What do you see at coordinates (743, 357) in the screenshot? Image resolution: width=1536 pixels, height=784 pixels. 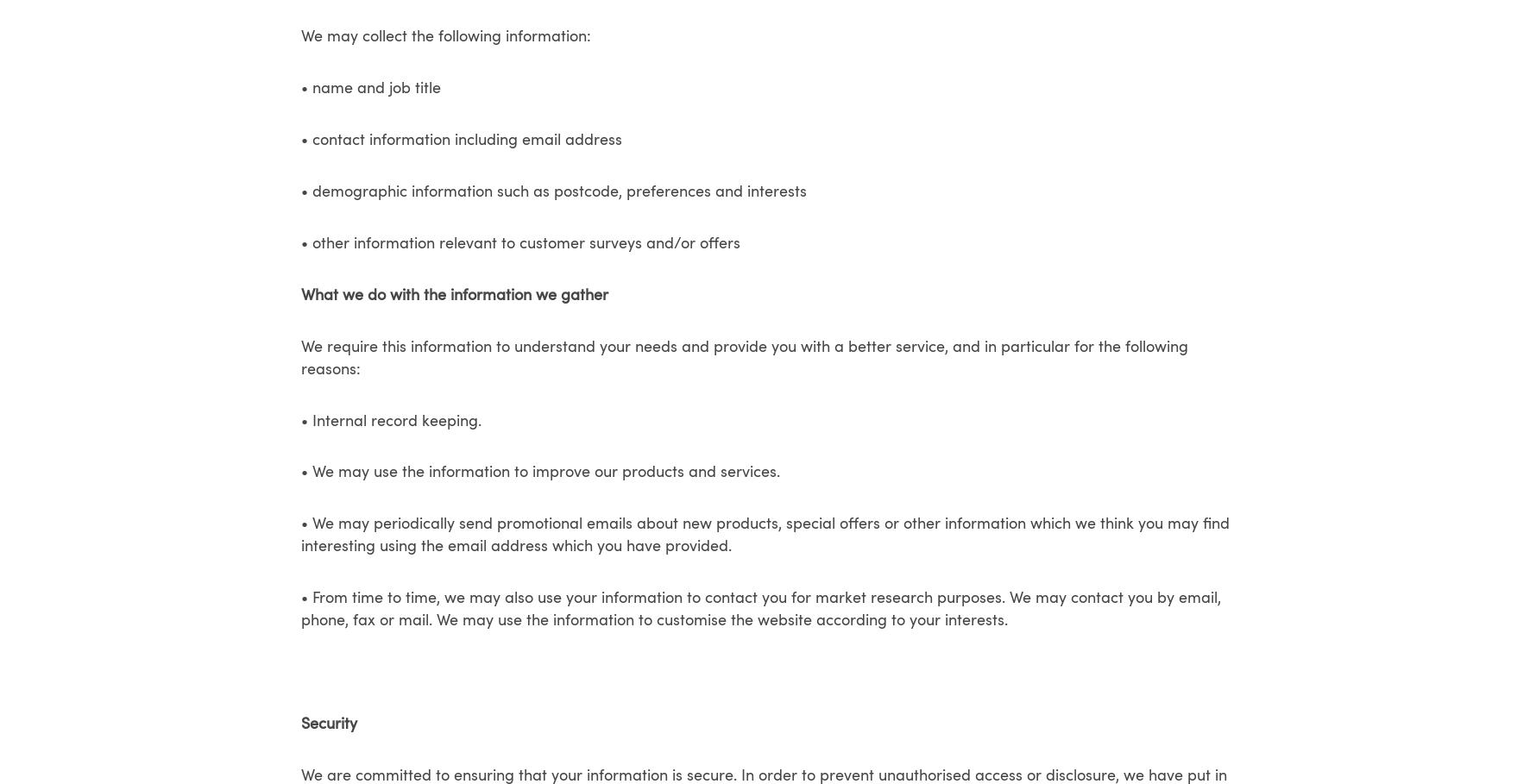 I see `'We require this information to understand your needs and provide you with a better service, and in particular for the following reasons:'` at bounding box center [743, 357].